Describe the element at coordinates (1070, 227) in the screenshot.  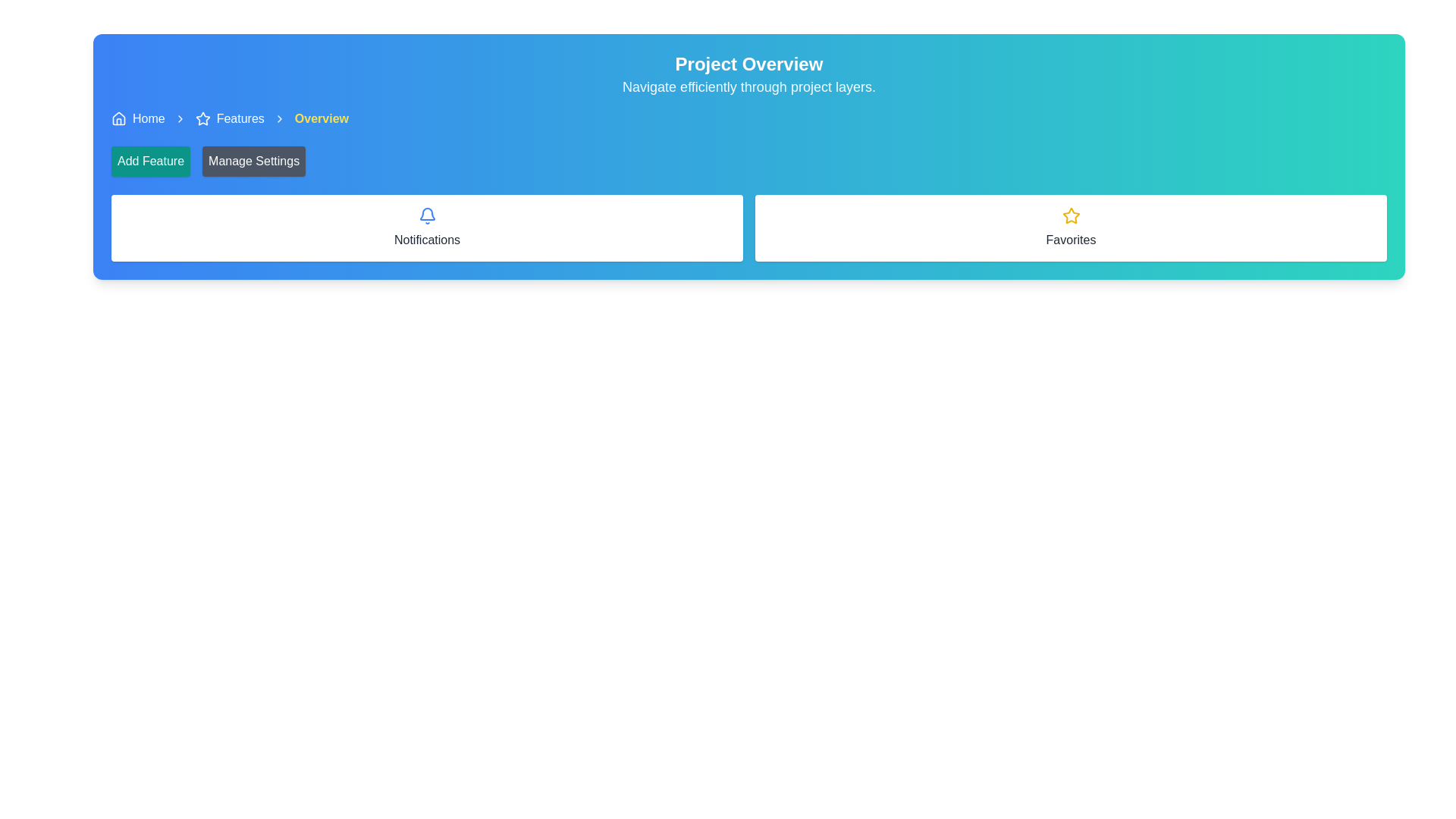
I see `the card labeled 'Favorites' which is the second card in a horizontal layout, positioned to the right of the 'Notifications' card` at that location.